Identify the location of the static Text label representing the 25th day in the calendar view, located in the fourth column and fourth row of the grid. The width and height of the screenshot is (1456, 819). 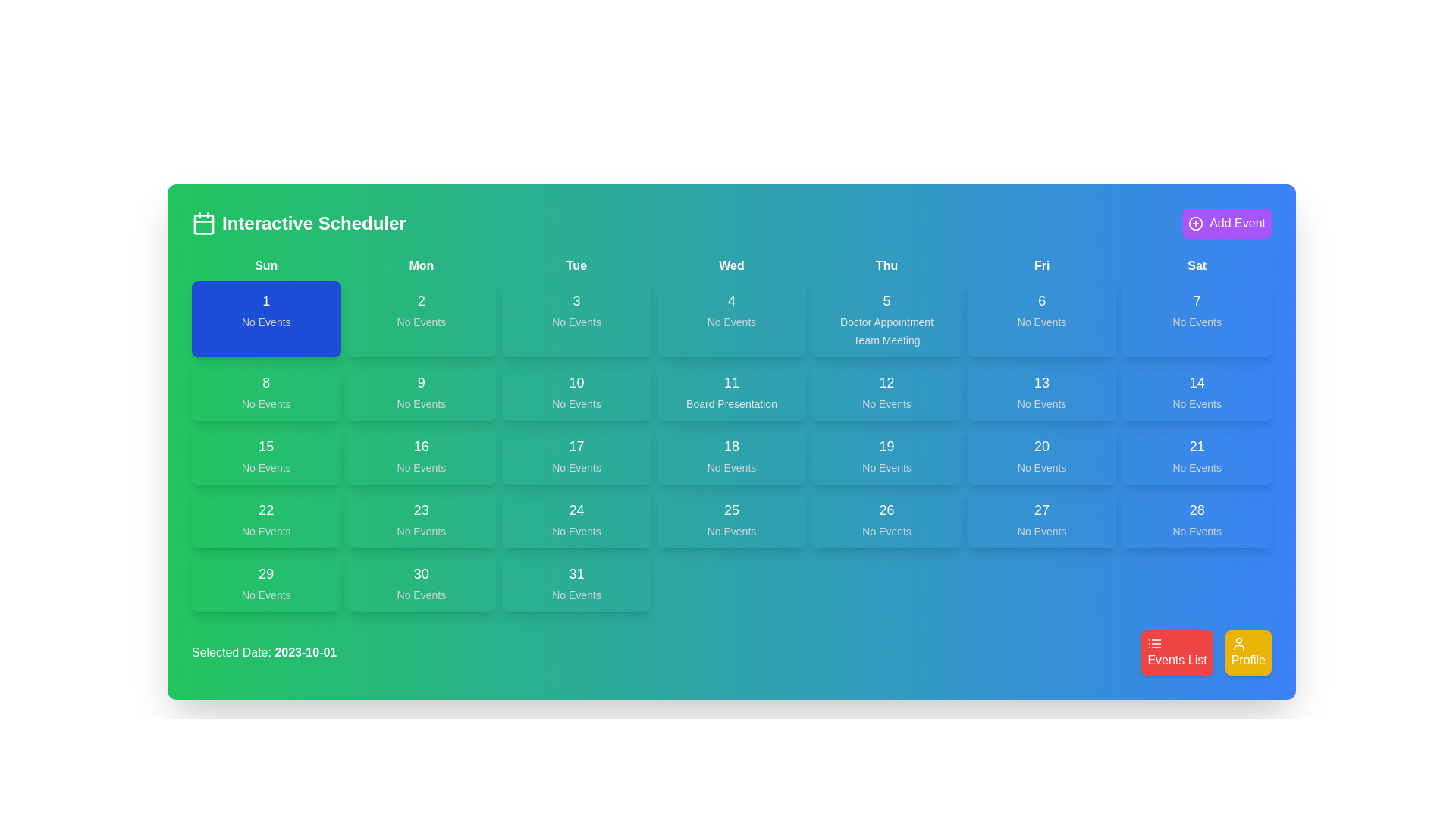
(731, 510).